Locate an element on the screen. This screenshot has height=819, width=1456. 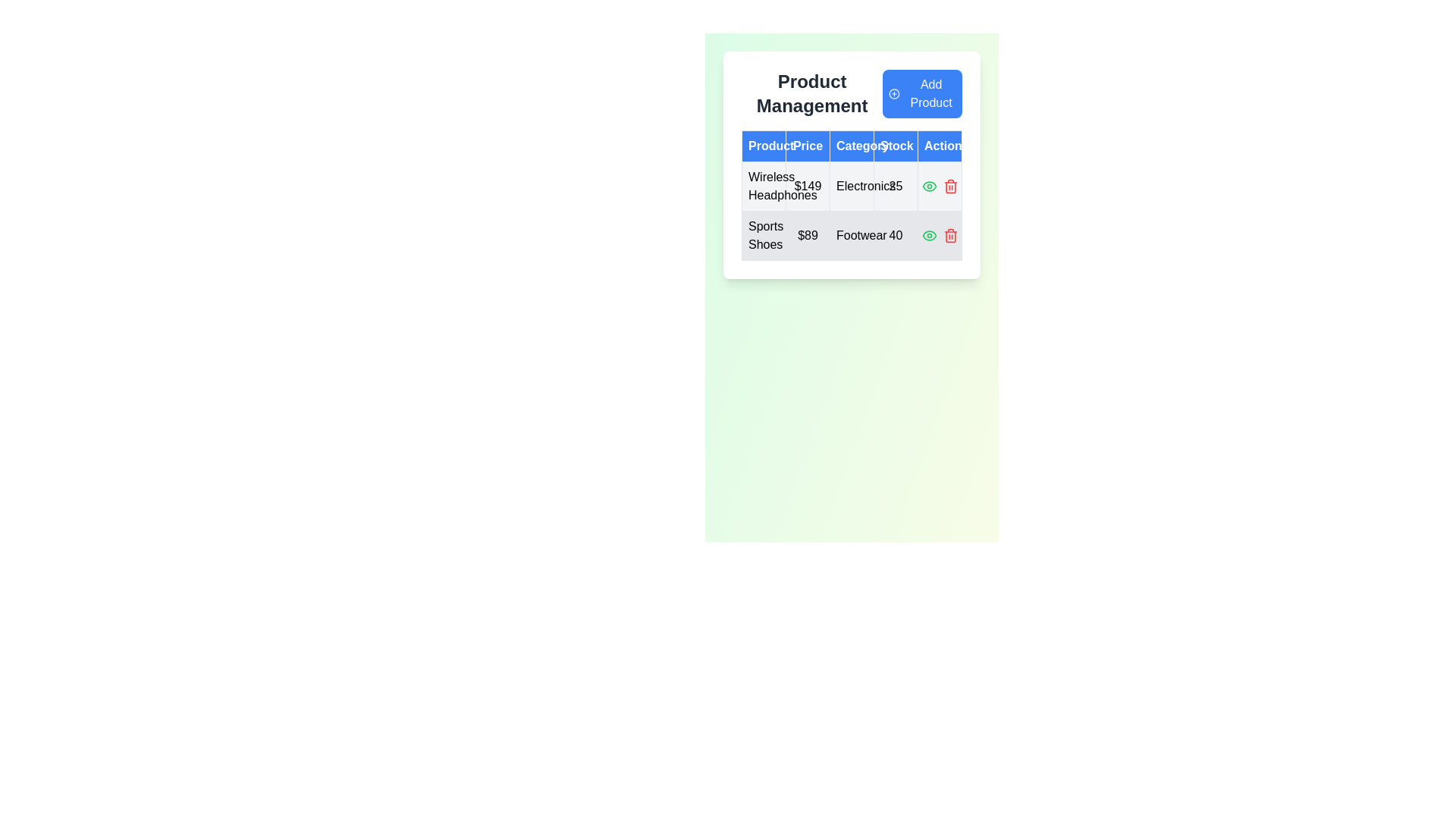
the button in the 'Action' column of the second row is located at coordinates (928, 236).